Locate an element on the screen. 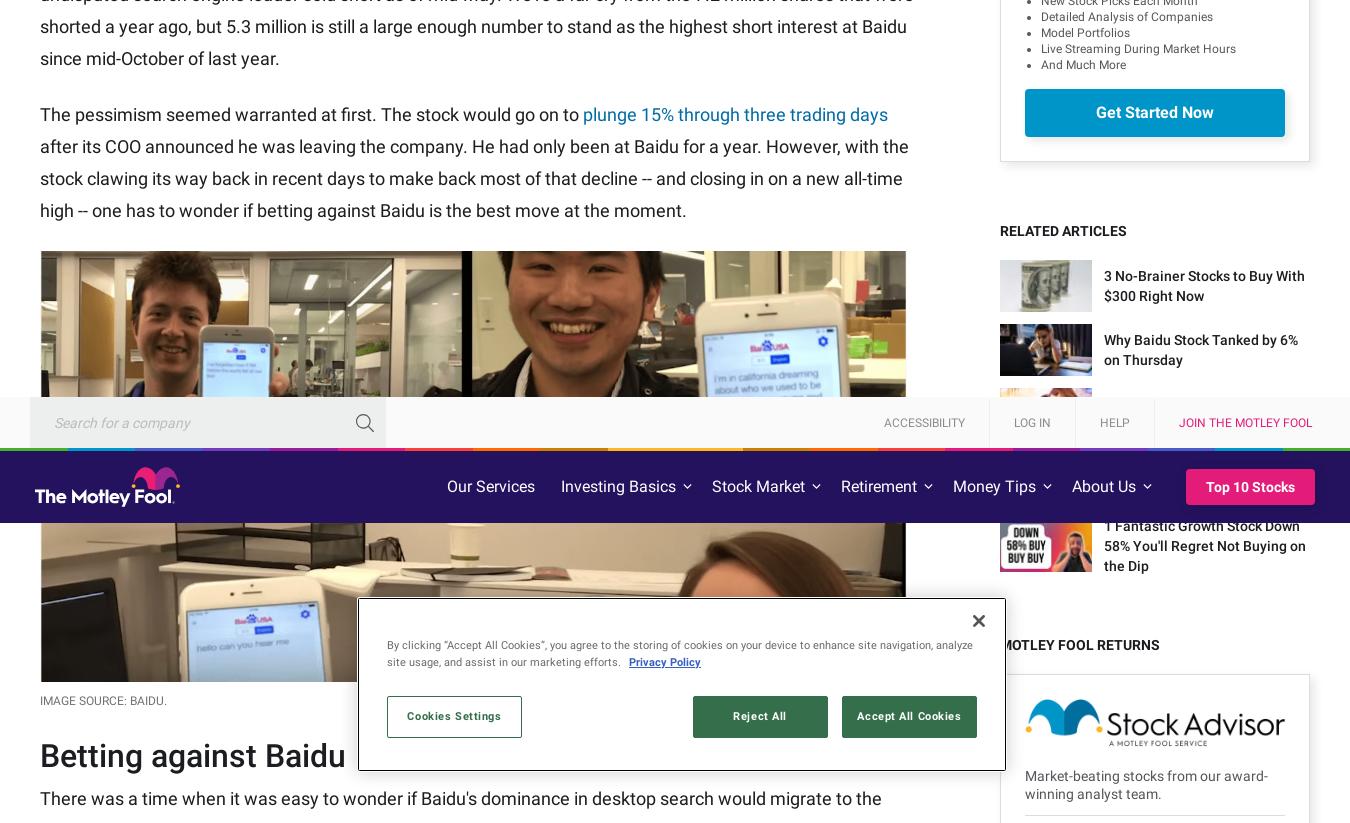  'its latest quarter' is located at coordinates (422, 116).